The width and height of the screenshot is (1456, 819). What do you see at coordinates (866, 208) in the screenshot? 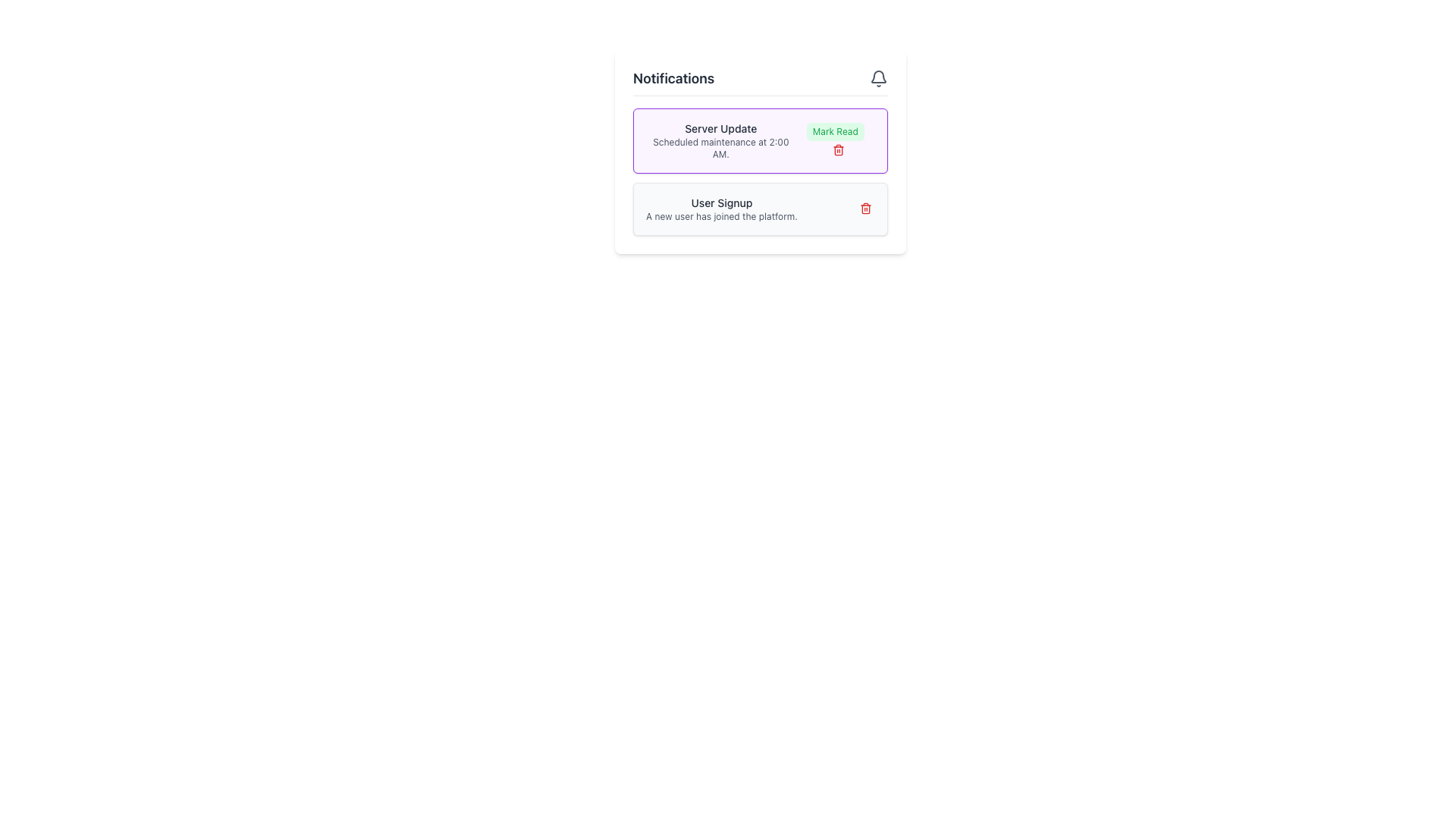
I see `the delete icon button located in the second notification block, aligned to the right of the text 'User Signup: A new user has joined the platform'` at bounding box center [866, 208].